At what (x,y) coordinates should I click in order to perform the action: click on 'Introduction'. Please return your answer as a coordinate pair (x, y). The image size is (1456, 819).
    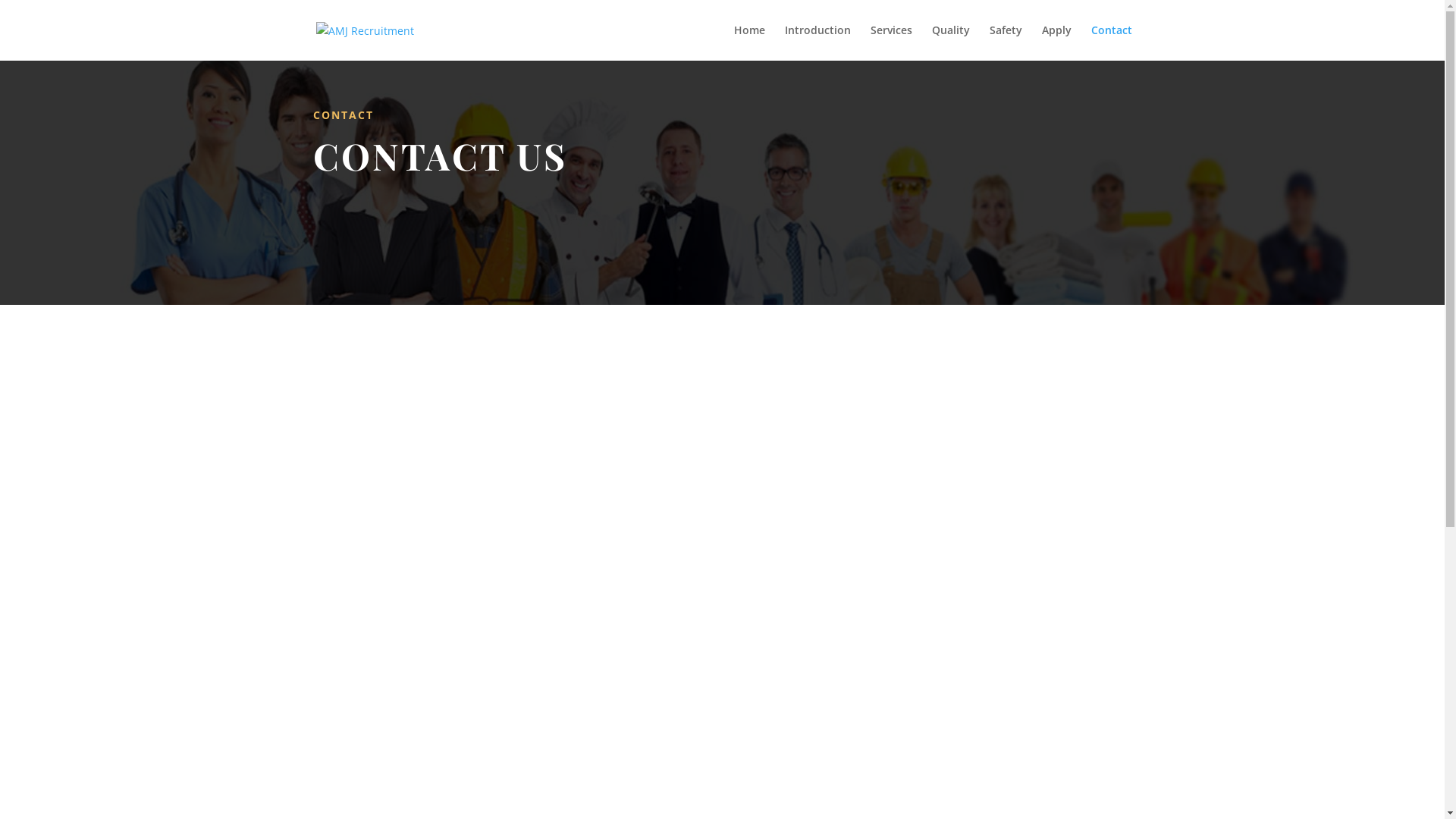
    Looking at the image, I should click on (816, 42).